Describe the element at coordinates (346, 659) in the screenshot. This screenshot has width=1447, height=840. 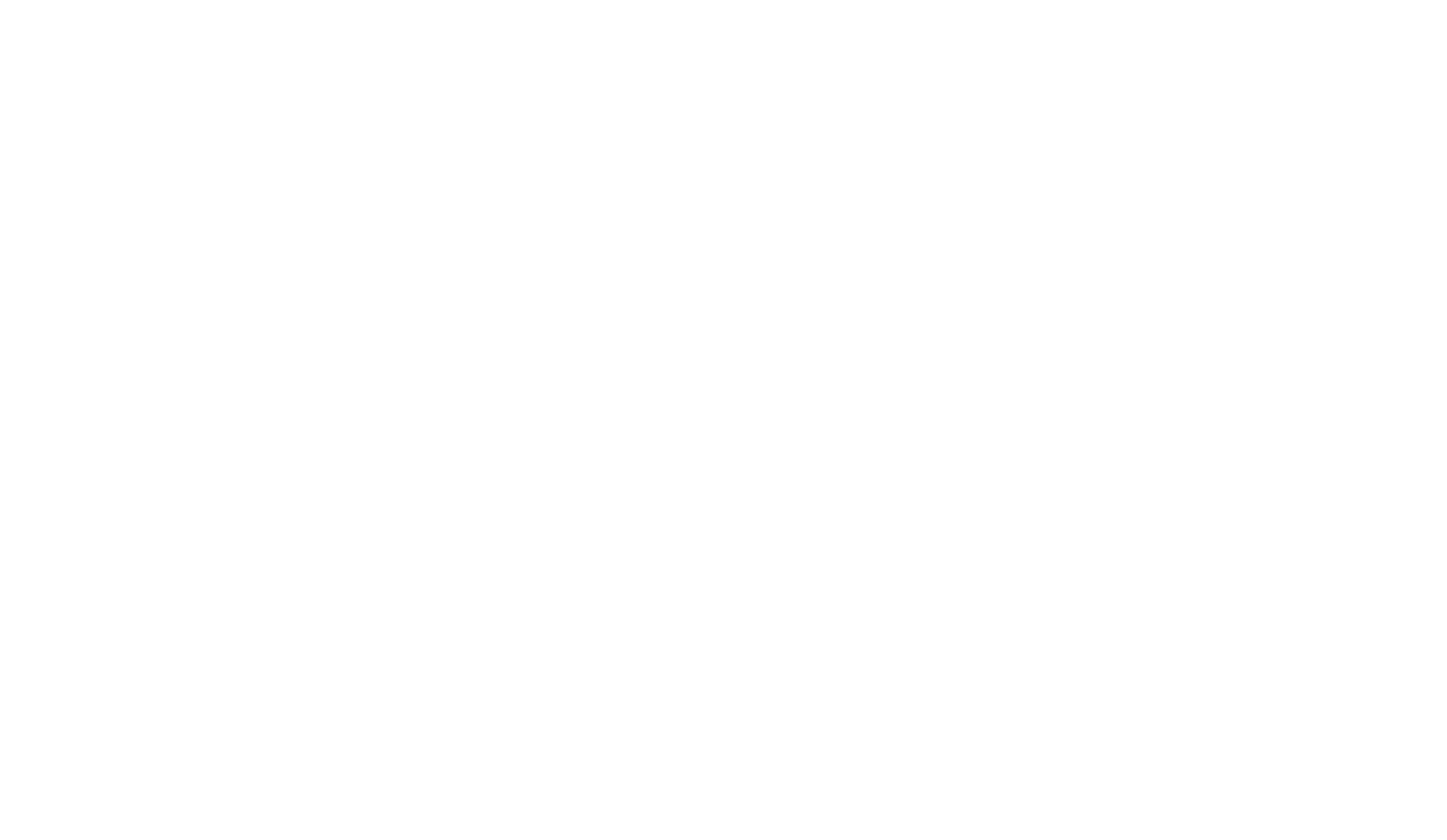
I see `'Spotted par Troms'` at that location.